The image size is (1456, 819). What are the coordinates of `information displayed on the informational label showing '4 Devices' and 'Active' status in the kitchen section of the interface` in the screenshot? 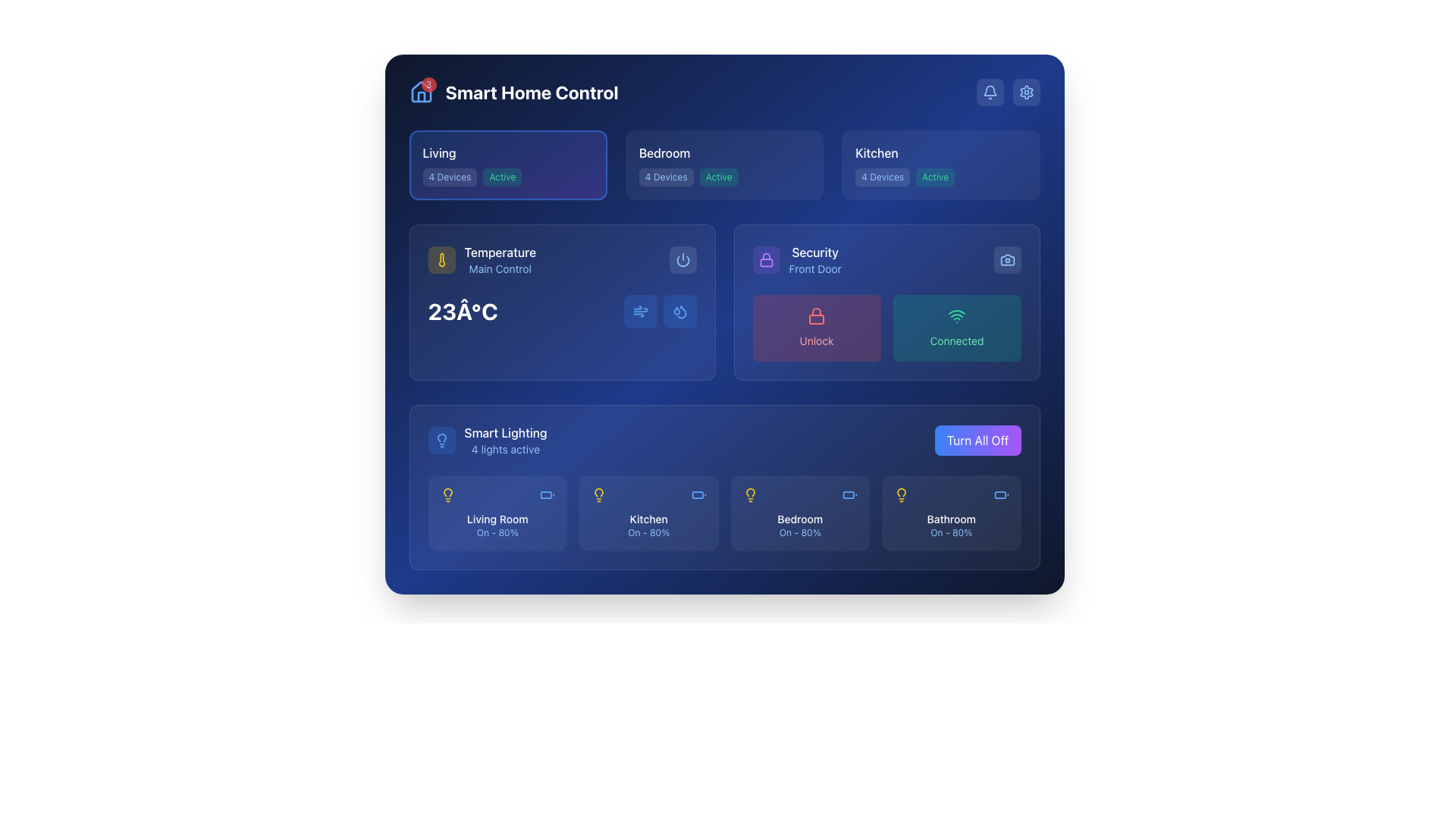 It's located at (940, 177).